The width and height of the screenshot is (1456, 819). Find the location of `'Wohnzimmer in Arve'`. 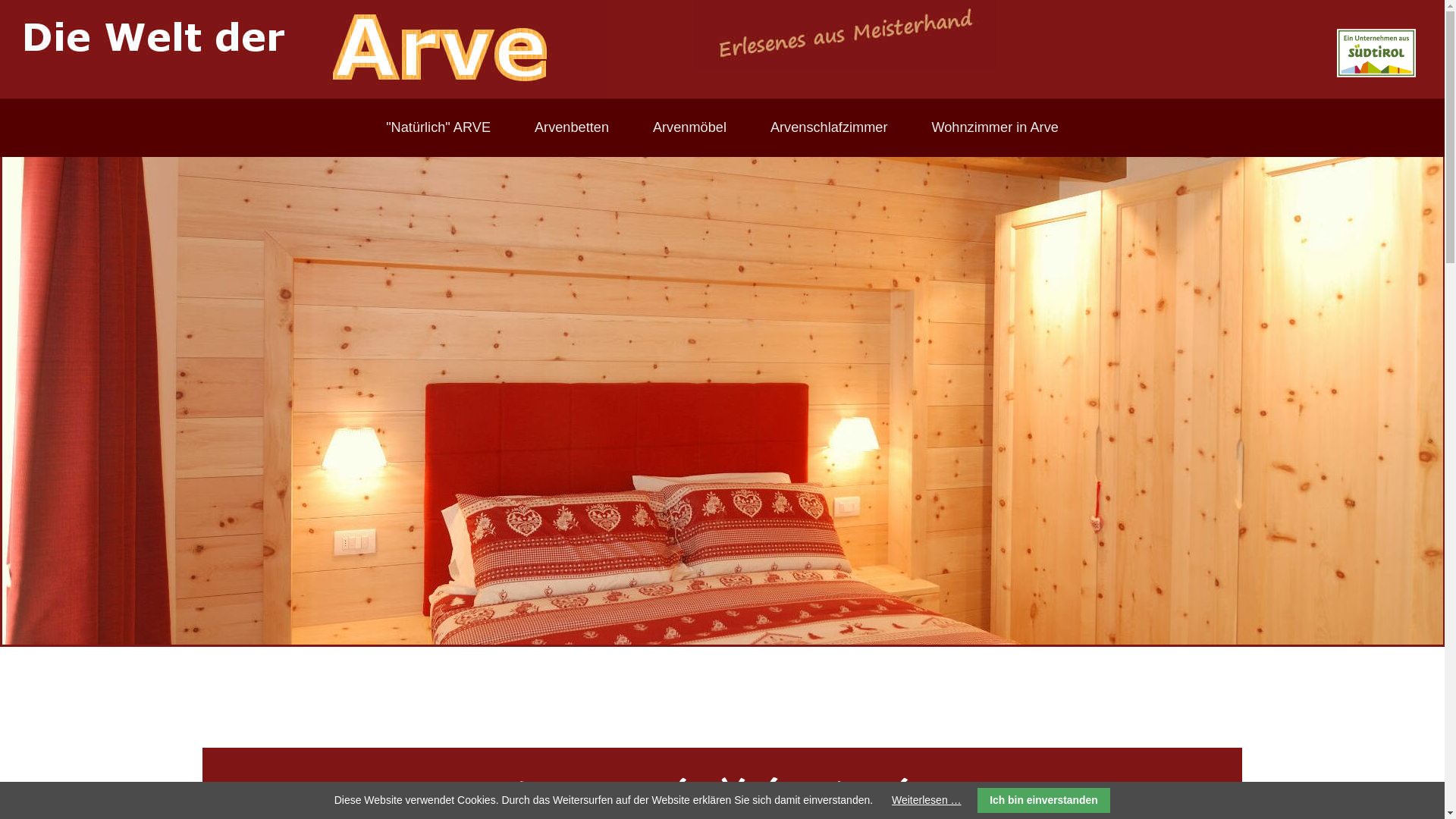

'Wohnzimmer in Arve' is located at coordinates (994, 127).